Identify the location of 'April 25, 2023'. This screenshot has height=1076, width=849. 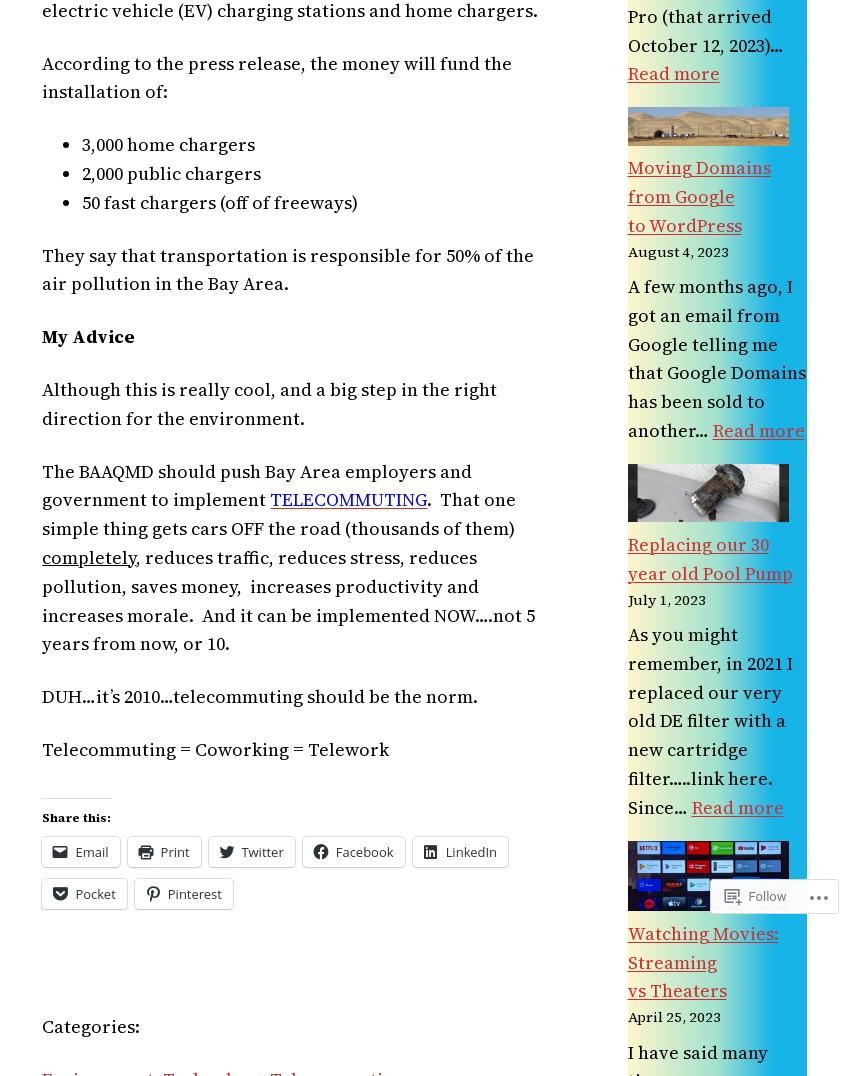
(626, 1016).